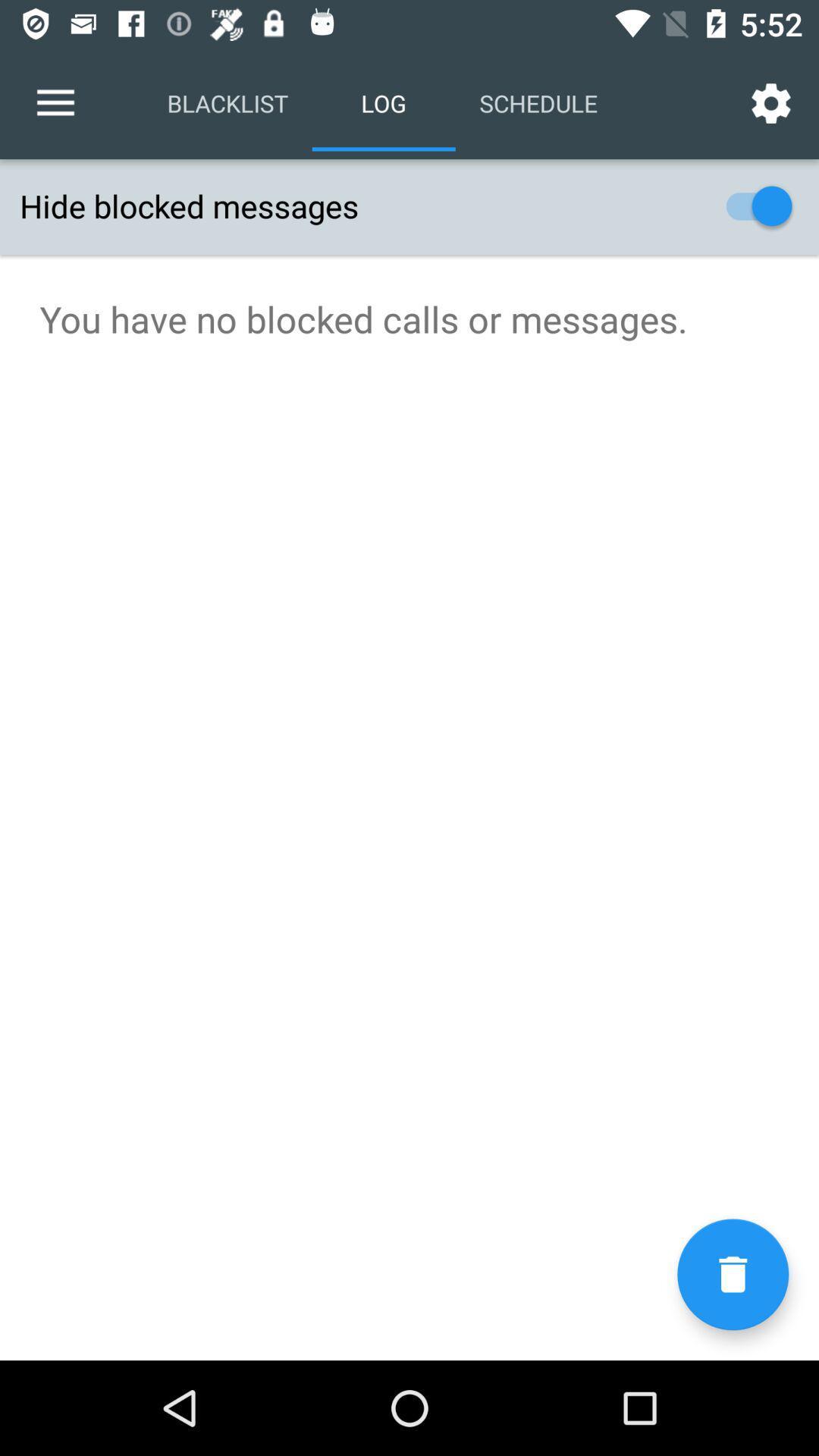 Image resolution: width=819 pixels, height=1456 pixels. Describe the element at coordinates (771, 102) in the screenshot. I see `the icon above hide blocked messages item` at that location.